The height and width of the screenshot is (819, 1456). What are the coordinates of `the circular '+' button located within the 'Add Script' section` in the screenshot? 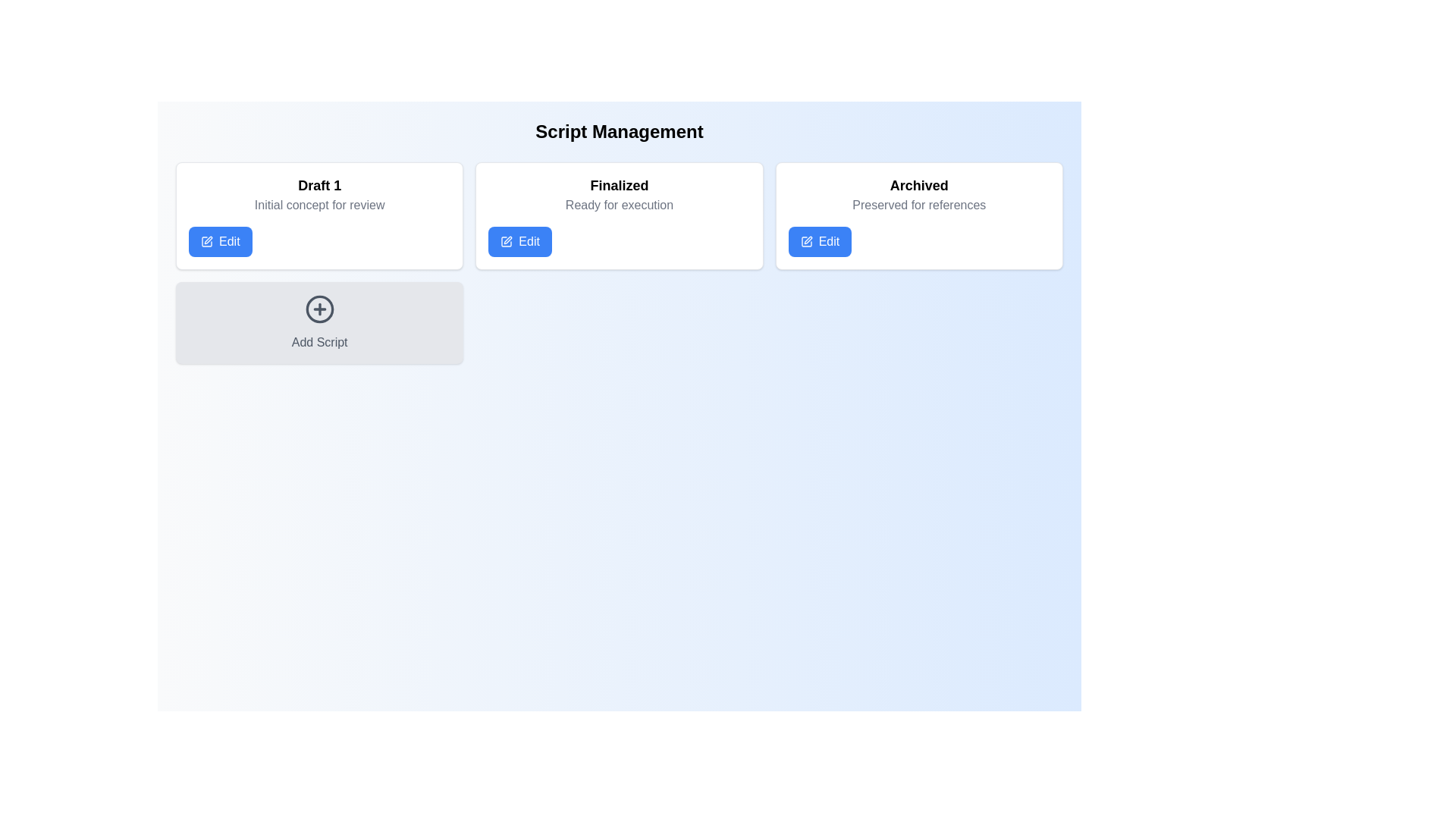 It's located at (318, 309).